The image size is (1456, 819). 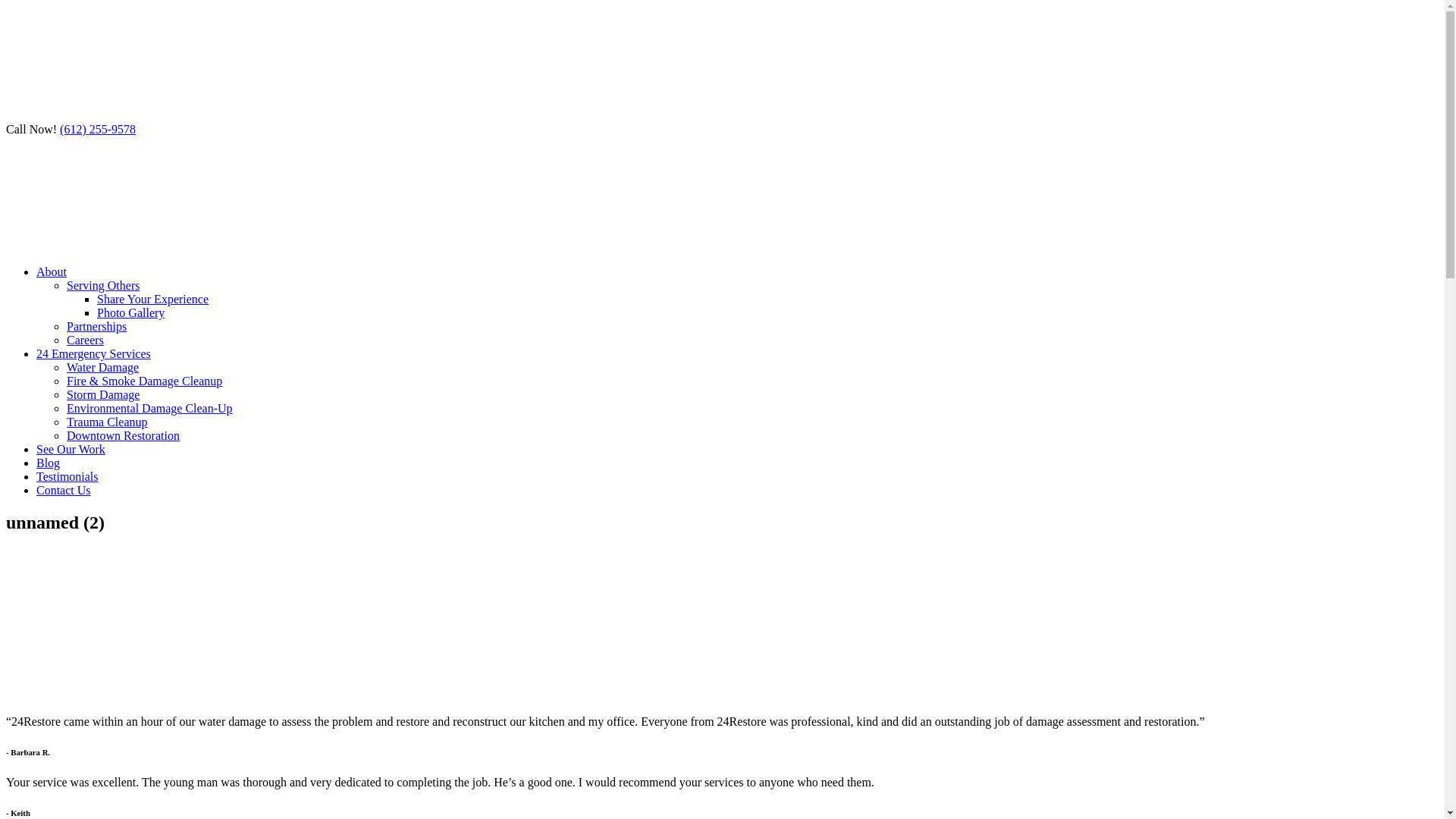 I want to click on '(612) 255-9578', so click(x=97, y=128).